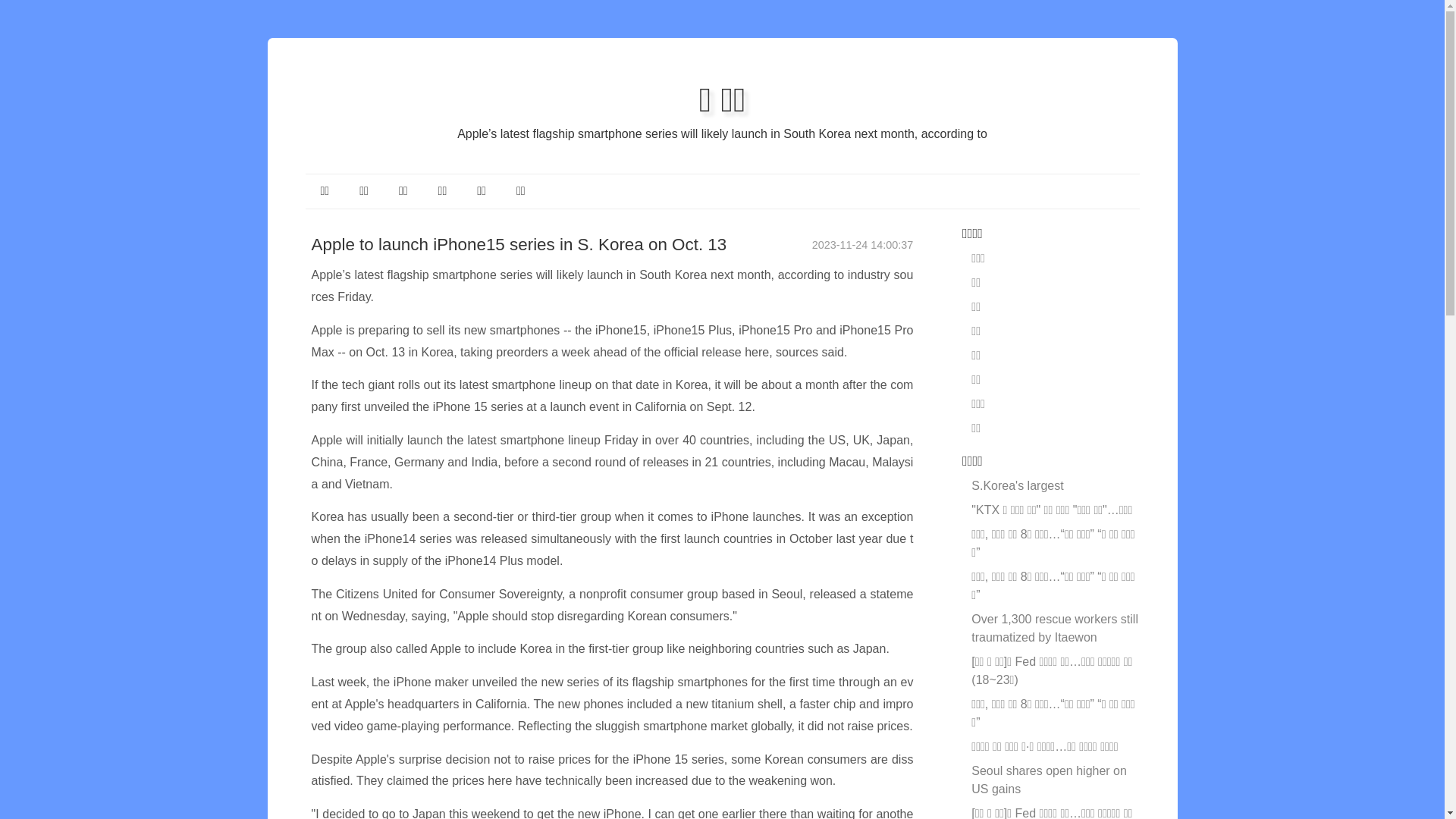  Describe the element at coordinates (1048, 780) in the screenshot. I see `'Seoul shares open higher on US gains'` at that location.